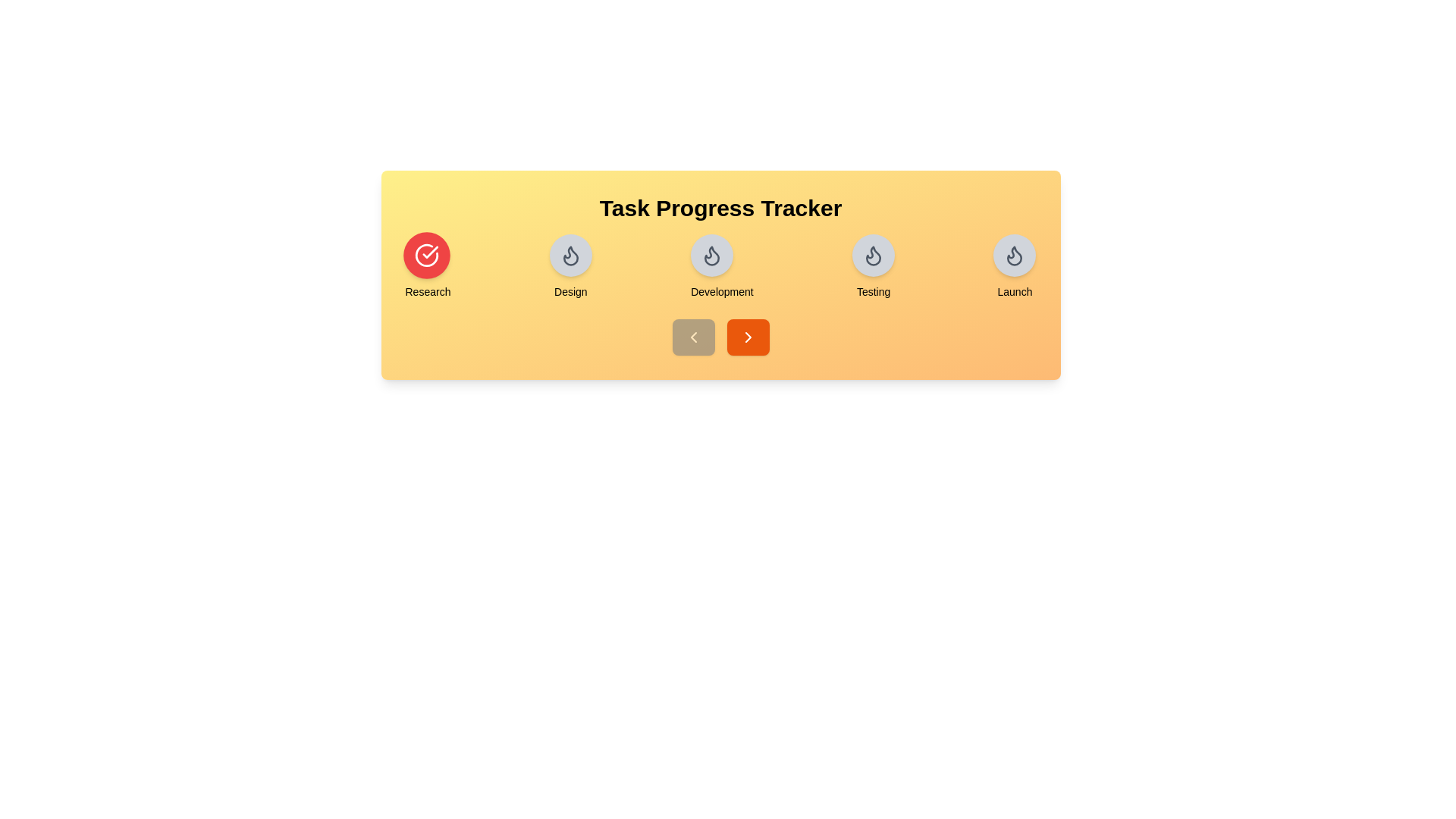 The height and width of the screenshot is (819, 1456). Describe the element at coordinates (721, 292) in the screenshot. I see `the 'Development' stage text label located under the third circular gray icon in the task progress tracker interface` at that location.